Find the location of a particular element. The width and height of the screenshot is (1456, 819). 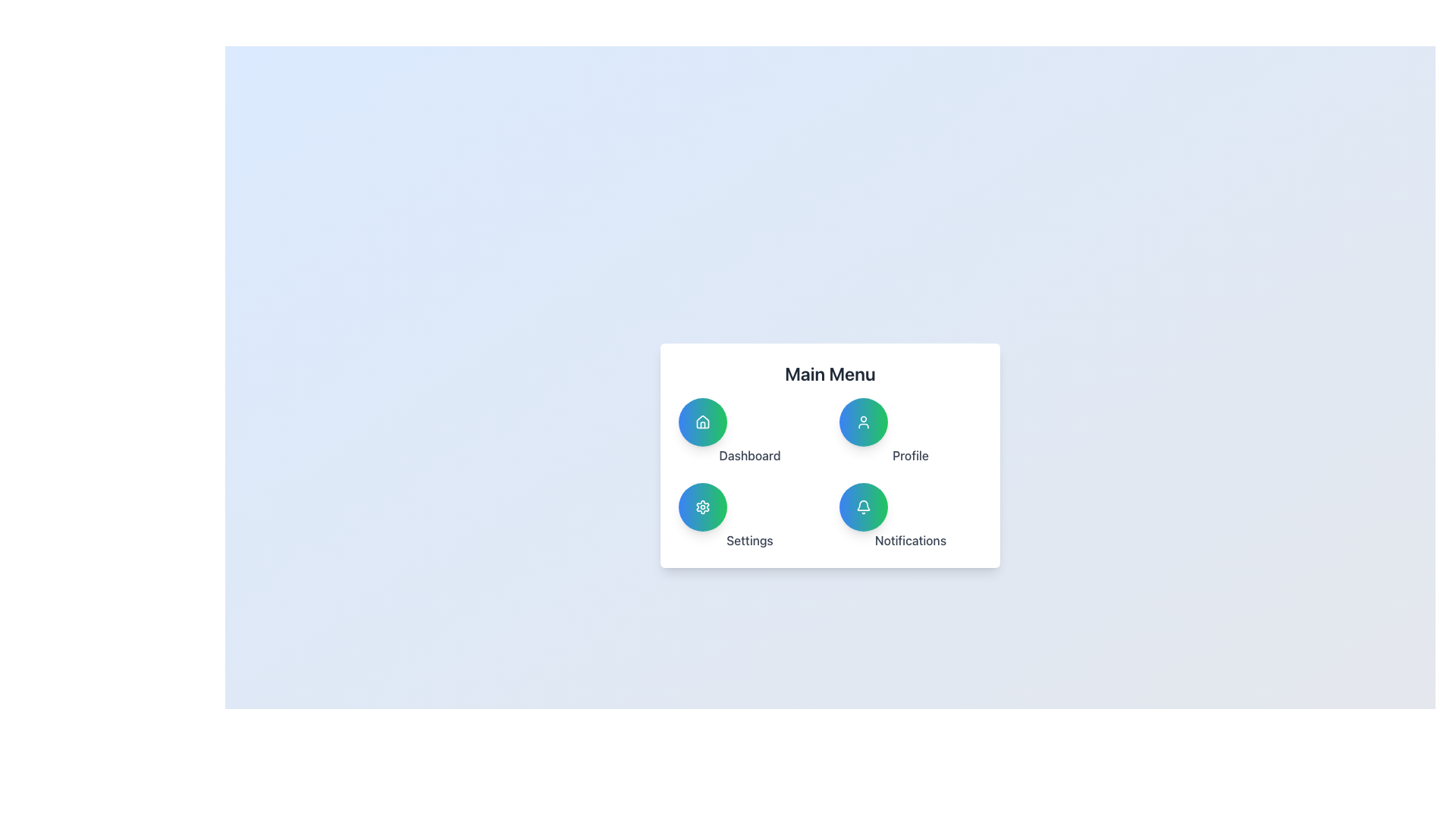

the 'Notifications' text label, which is styled with a gray font and located below the bell icon in the lower right corner of the main menu interface card is located at coordinates (910, 540).